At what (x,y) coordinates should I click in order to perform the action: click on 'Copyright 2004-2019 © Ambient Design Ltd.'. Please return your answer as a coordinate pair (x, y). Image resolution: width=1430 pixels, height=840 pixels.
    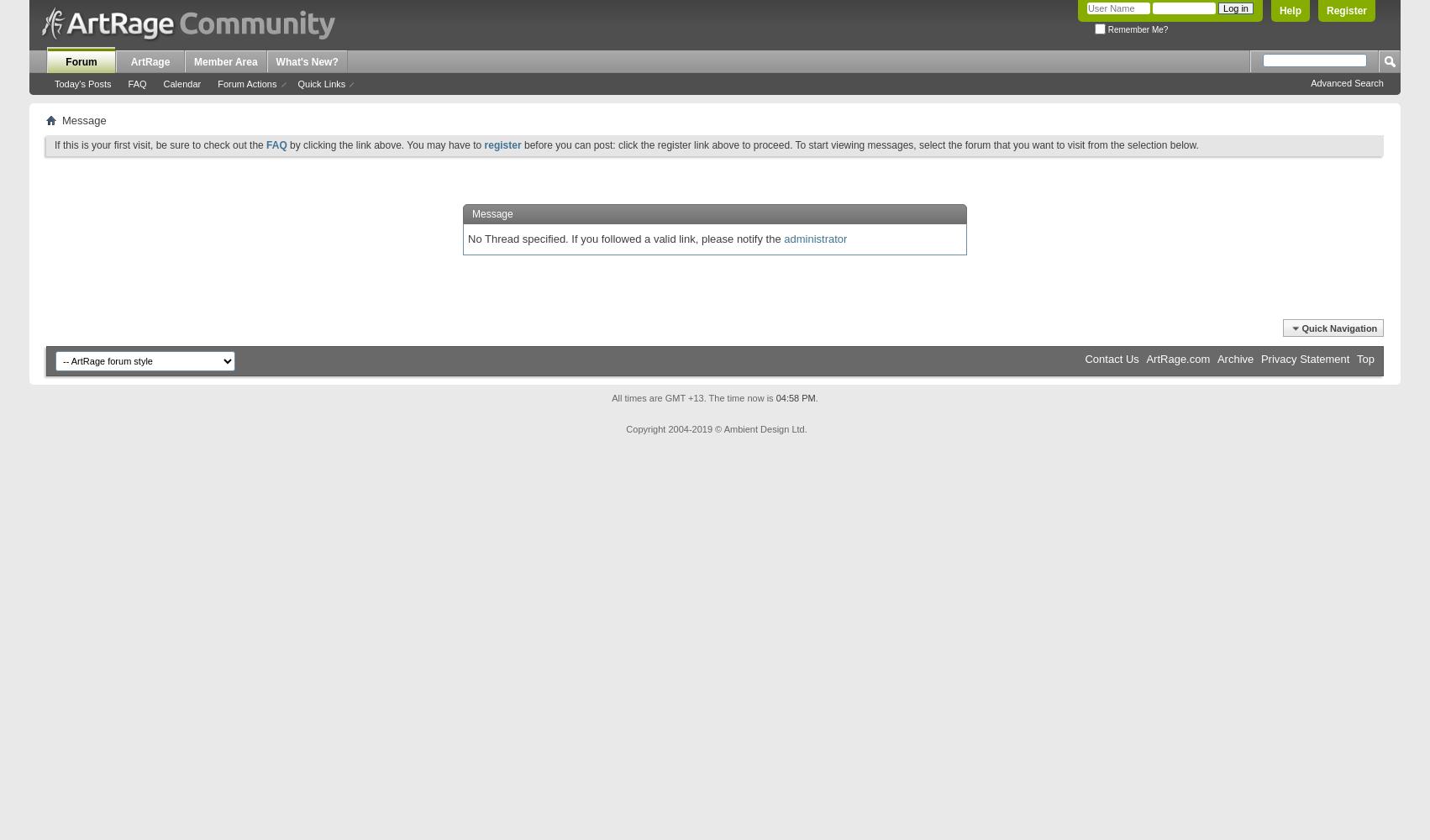
    Looking at the image, I should click on (623, 428).